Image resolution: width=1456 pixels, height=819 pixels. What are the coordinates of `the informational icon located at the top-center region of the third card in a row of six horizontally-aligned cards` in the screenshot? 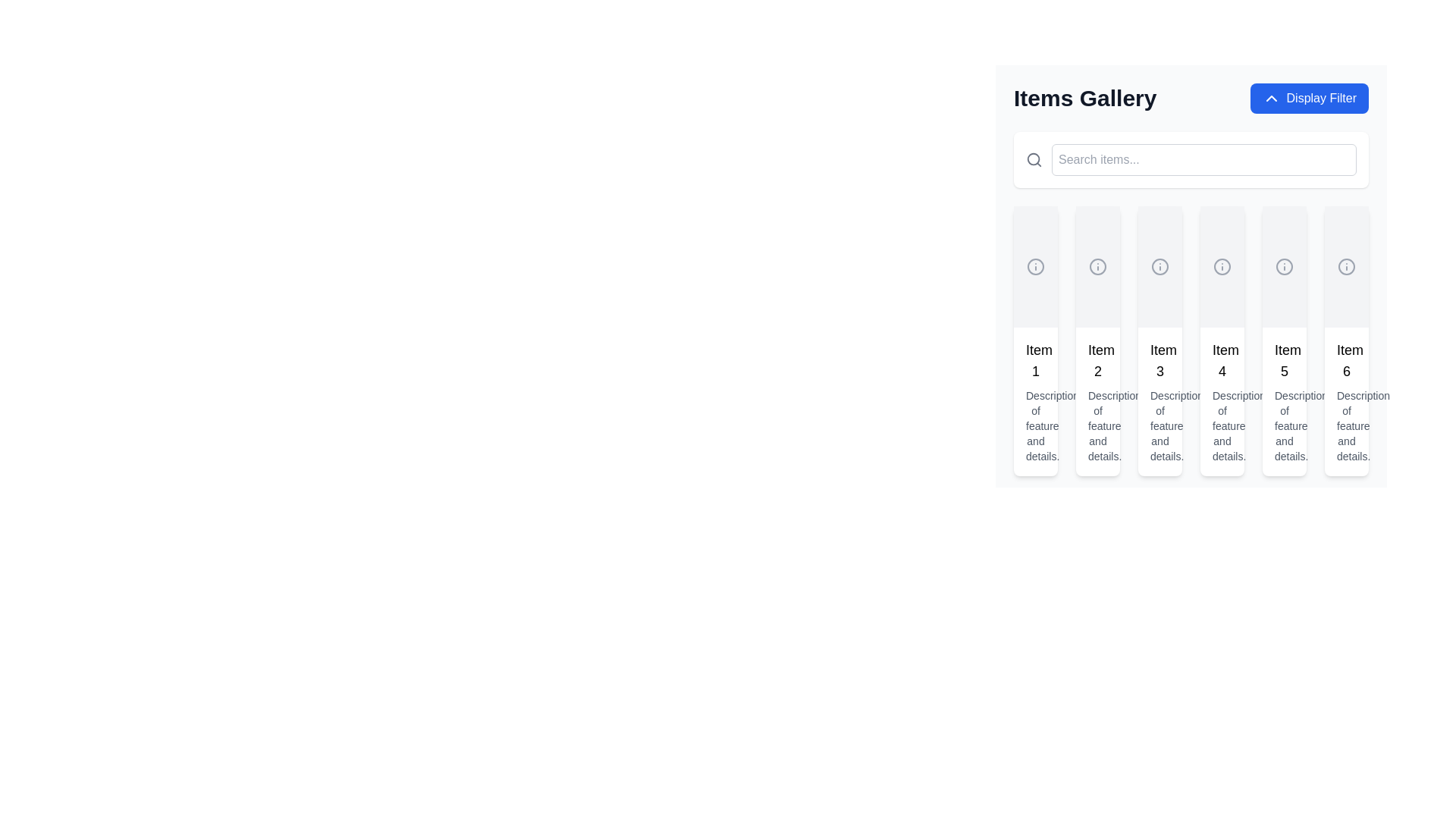 It's located at (1159, 265).